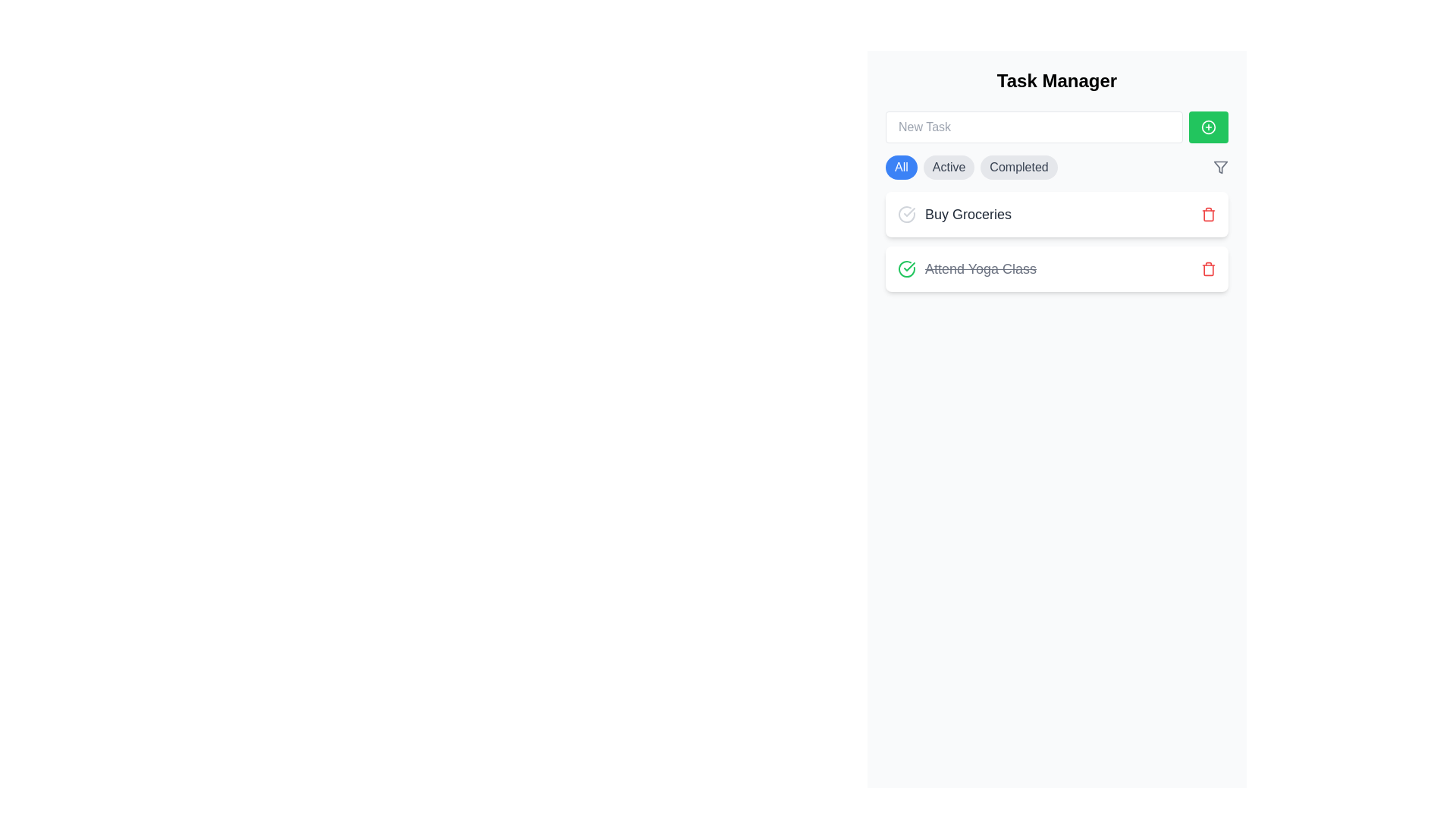  Describe the element at coordinates (966, 268) in the screenshot. I see `the text 'Attend Yoga Class' with a strikethrough effect in the 'Completed' task list` at that location.